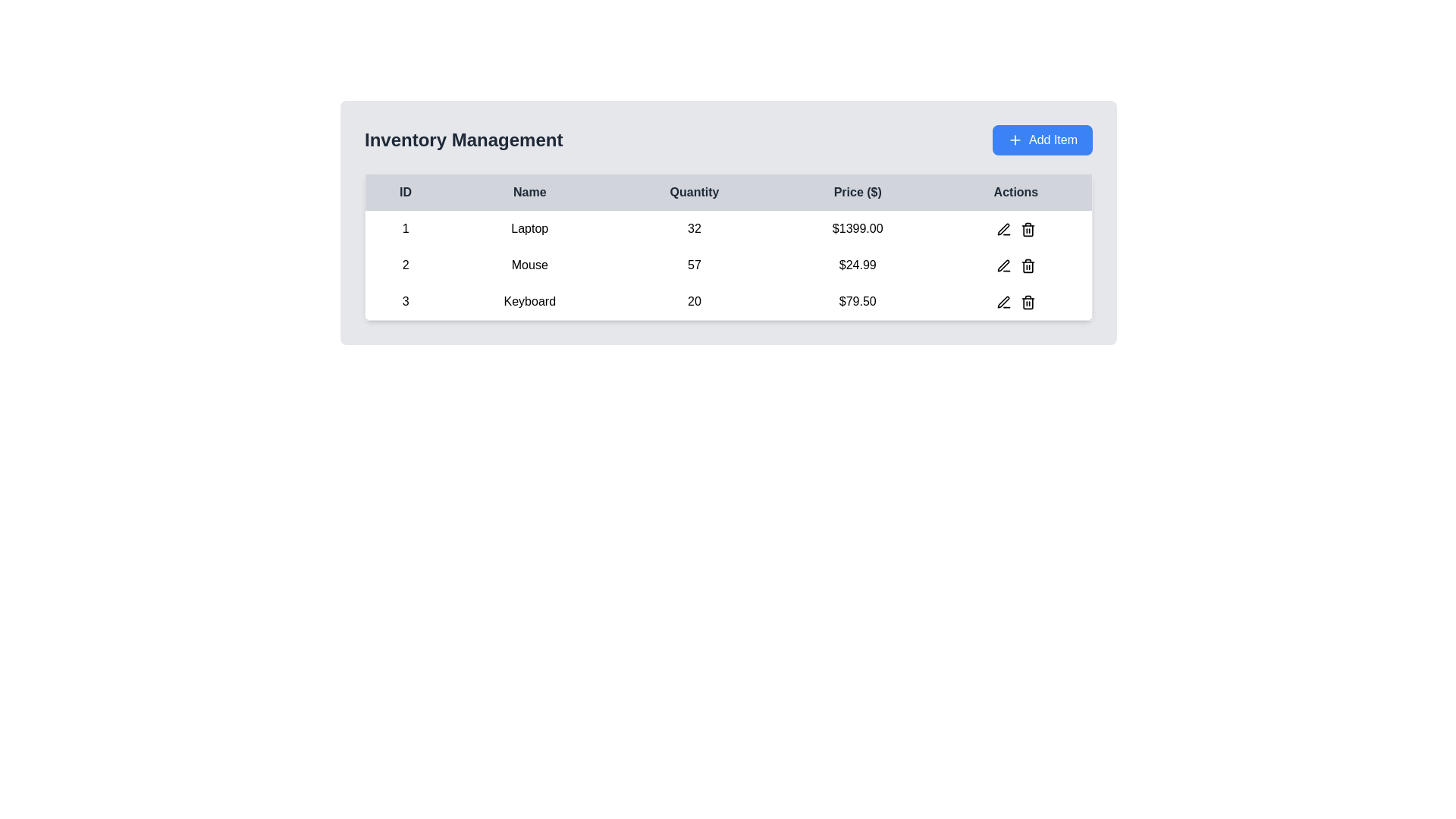 This screenshot has height=819, width=1456. I want to click on the text widget displaying the character '1' in the 'ID' column of the table corresponding to the 'Laptop' entry, so click(405, 228).